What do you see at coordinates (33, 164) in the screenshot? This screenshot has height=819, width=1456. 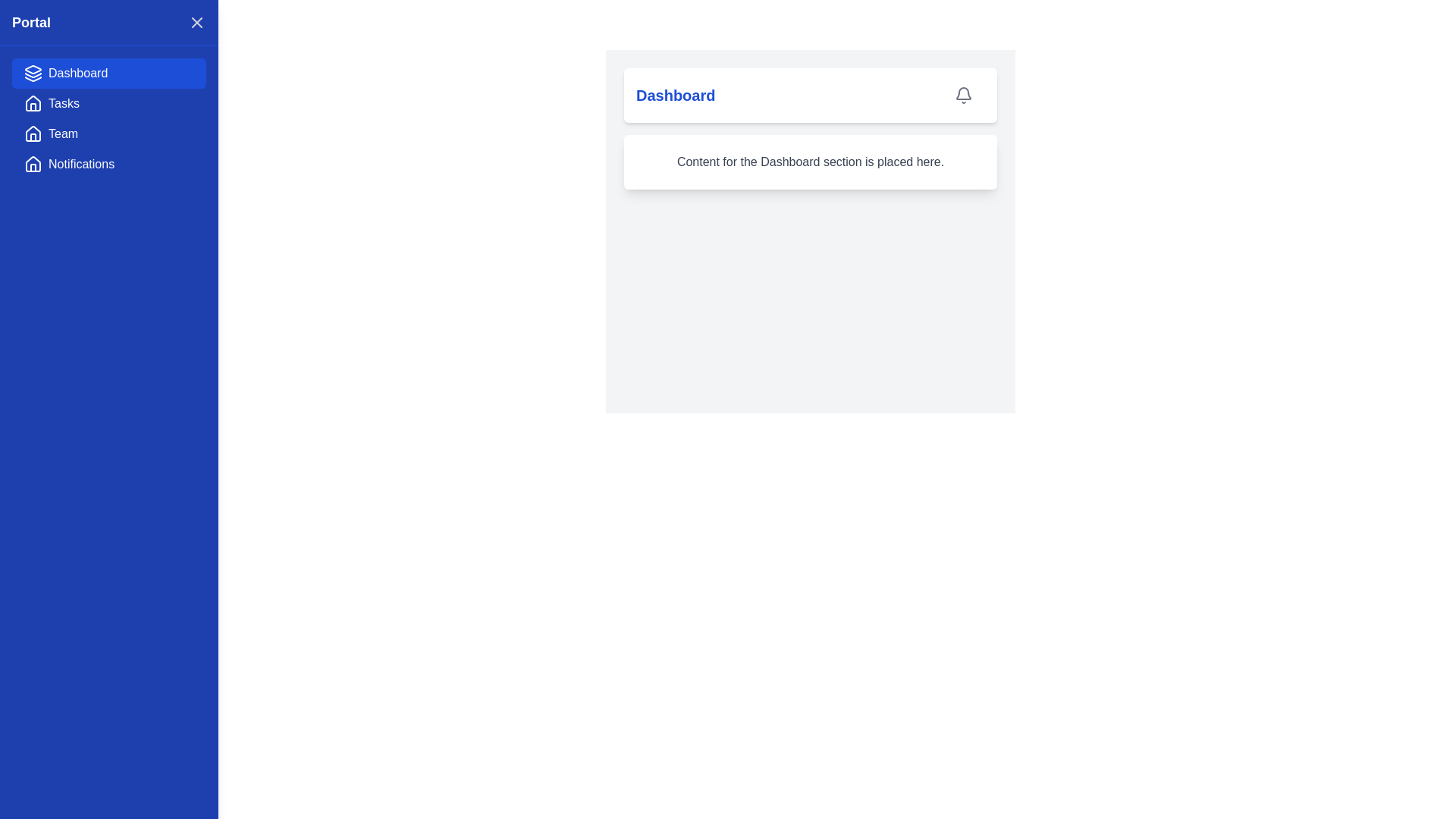 I see `the 'Notifications' icon located in the sidebar` at bounding box center [33, 164].